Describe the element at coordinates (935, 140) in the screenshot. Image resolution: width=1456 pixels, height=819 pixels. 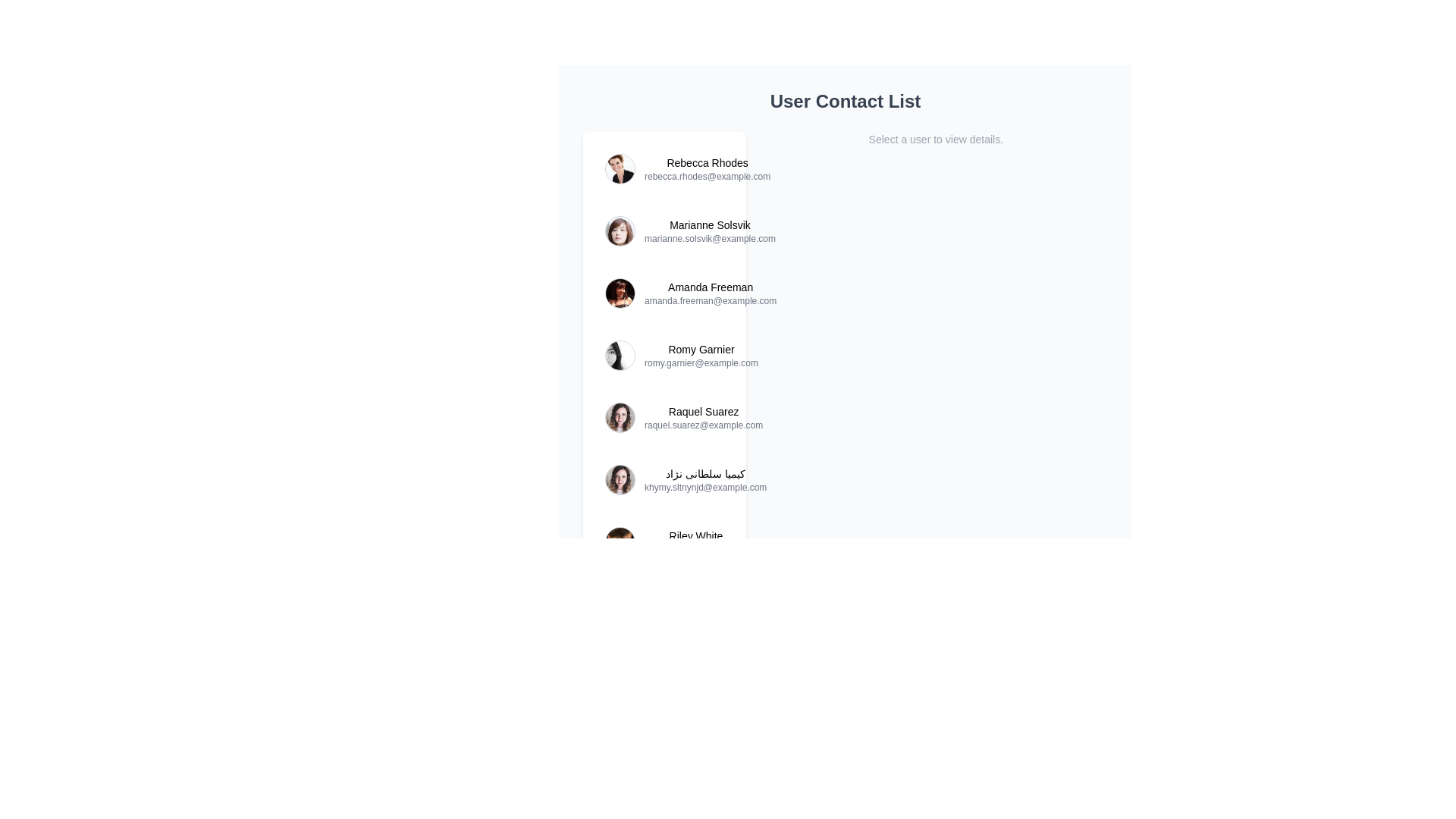
I see `the text label that indicates no user is selected, which is centrally aligned and located above the user names list` at that location.